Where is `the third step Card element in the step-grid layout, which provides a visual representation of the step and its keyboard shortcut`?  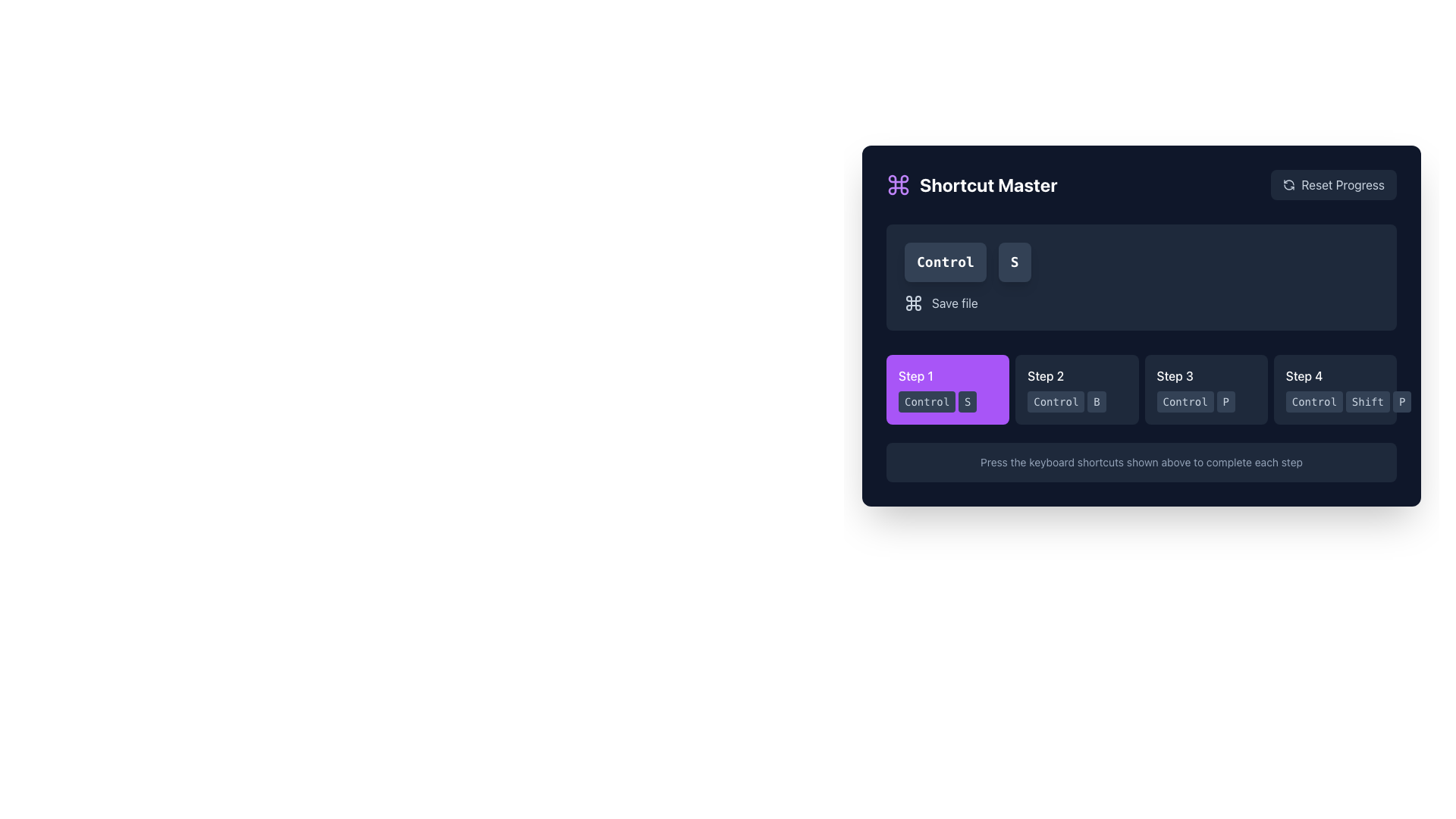 the third step Card element in the step-grid layout, which provides a visual representation of the step and its keyboard shortcut is located at coordinates (1205, 388).